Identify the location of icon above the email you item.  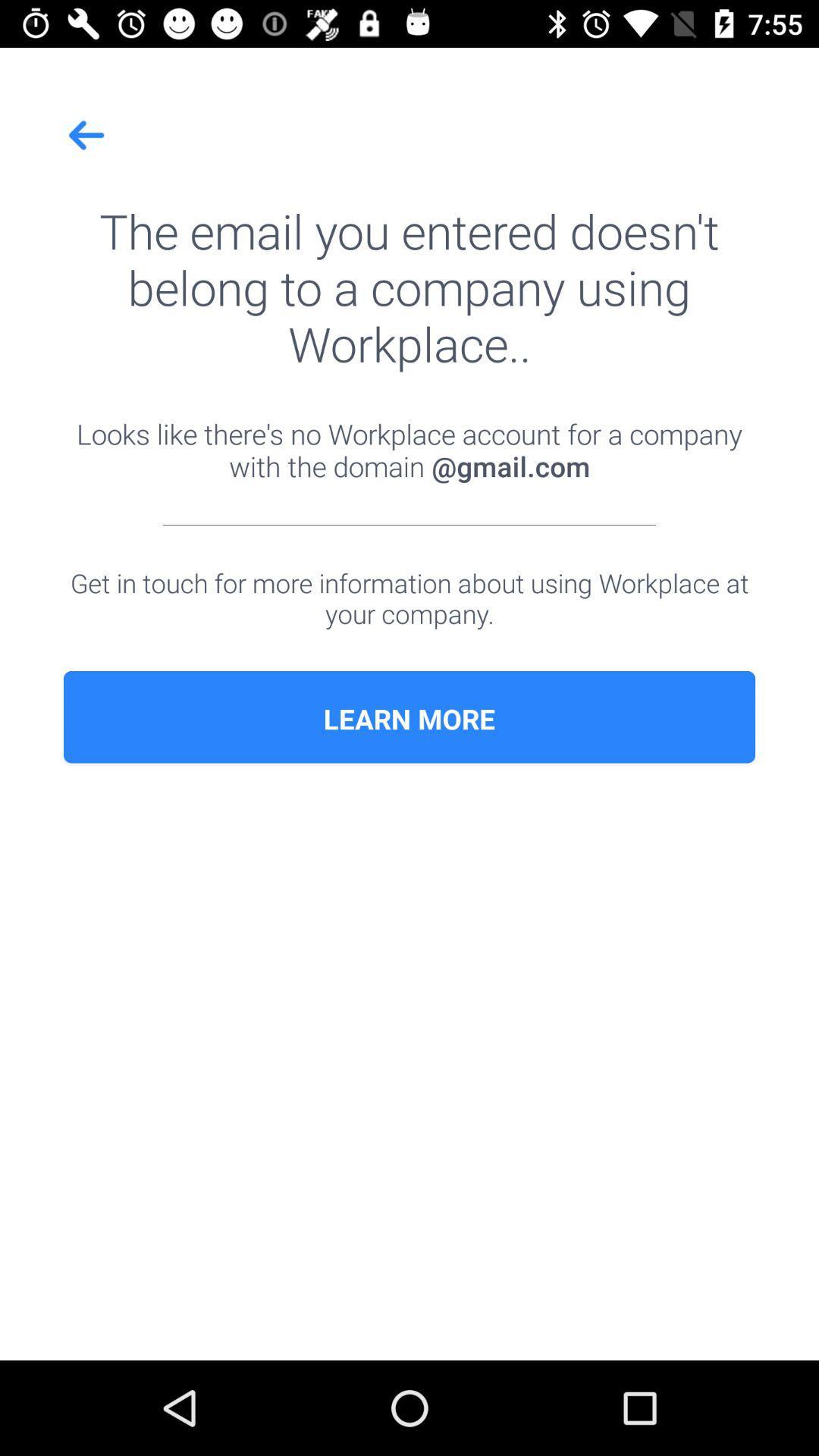
(87, 135).